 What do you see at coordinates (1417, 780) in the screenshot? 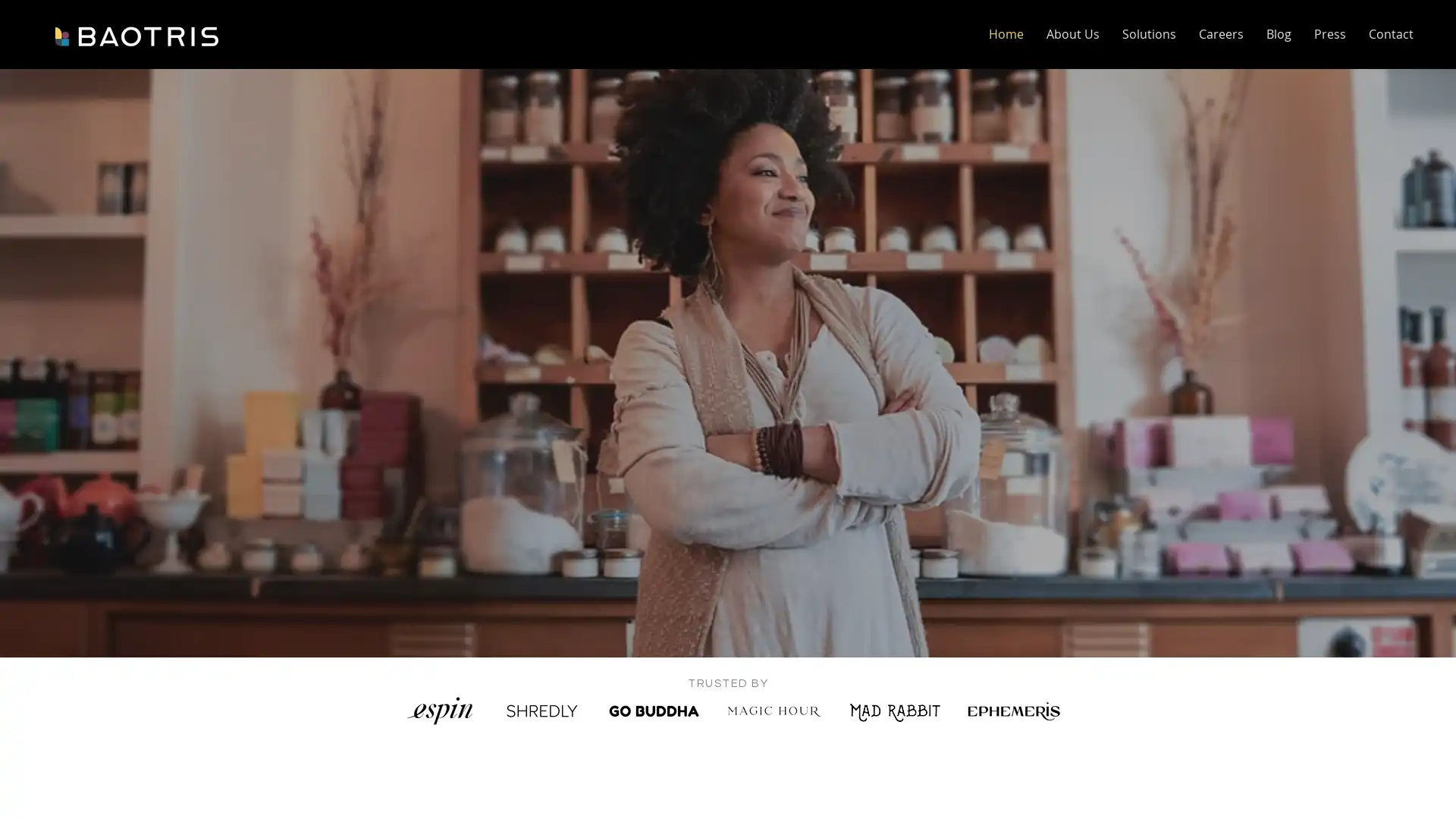
I see `Open Intercom Messenger` at bounding box center [1417, 780].